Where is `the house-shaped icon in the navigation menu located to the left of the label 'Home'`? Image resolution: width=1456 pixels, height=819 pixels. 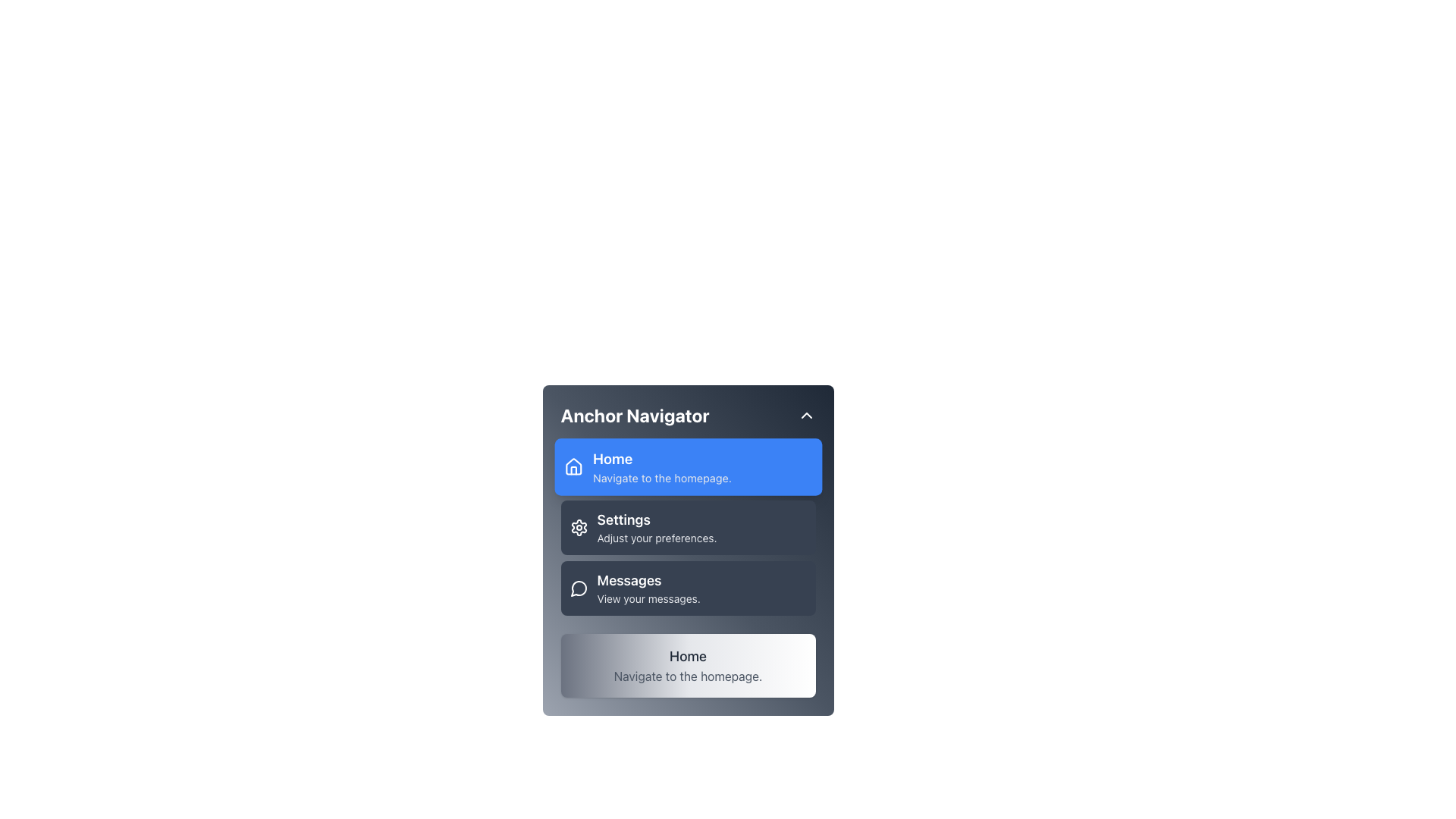
the house-shaped icon in the navigation menu located to the left of the label 'Home' is located at coordinates (573, 466).